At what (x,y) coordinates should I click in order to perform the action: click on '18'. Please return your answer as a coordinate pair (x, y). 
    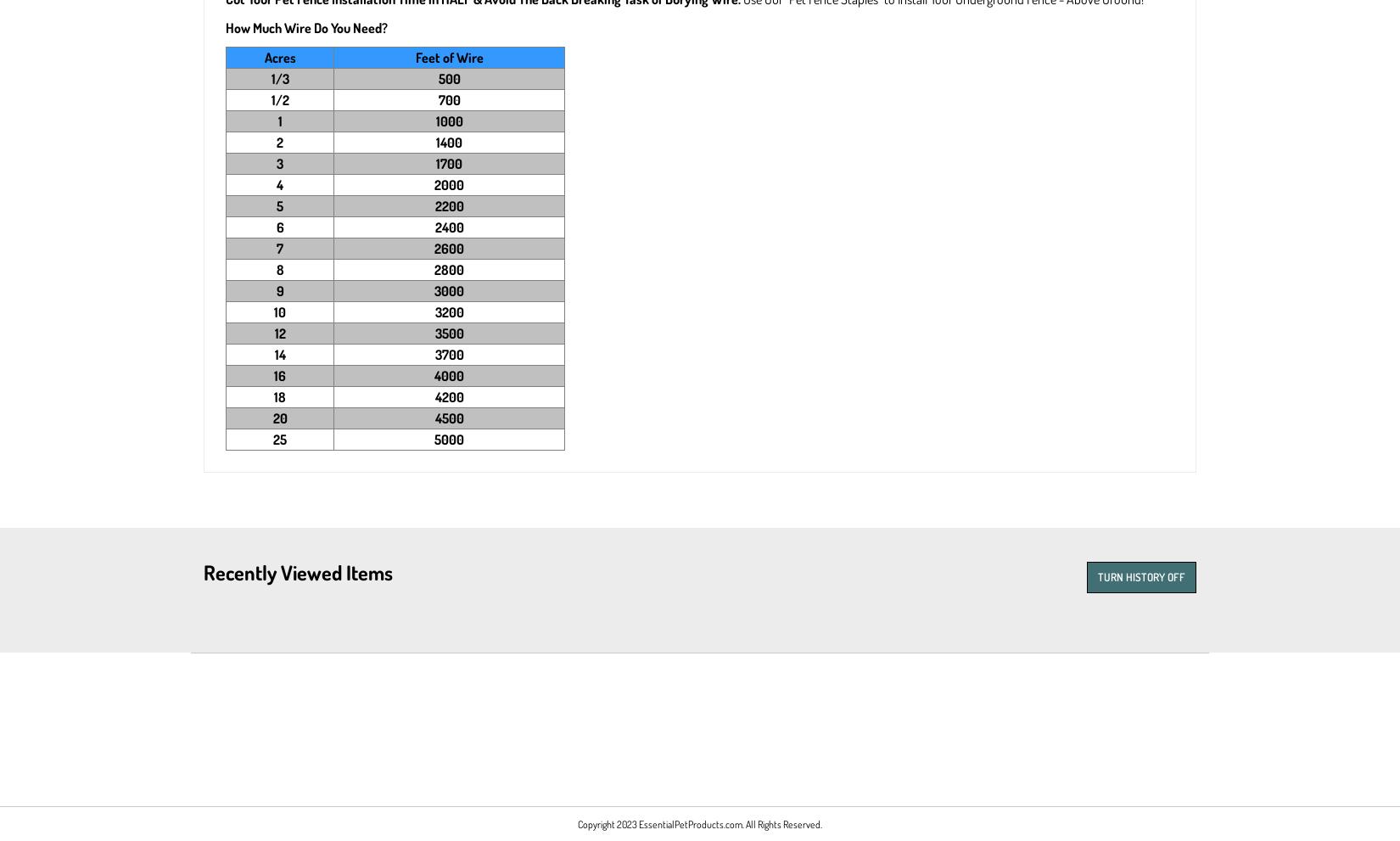
    Looking at the image, I should click on (274, 396).